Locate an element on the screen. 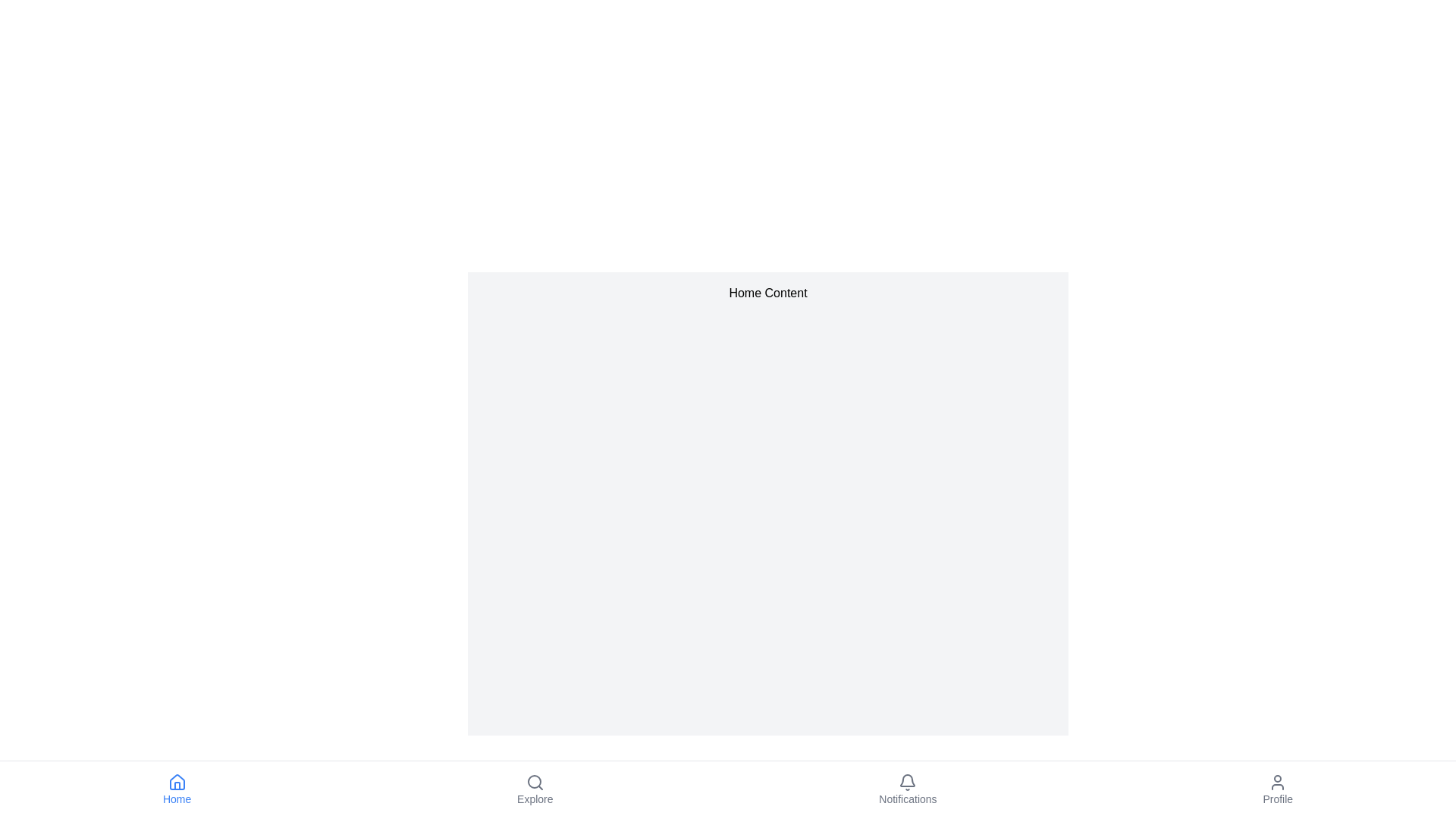 Image resolution: width=1456 pixels, height=819 pixels. the blue house icon in the bottom navigation bar, which is the first icon from the left is located at coordinates (177, 783).